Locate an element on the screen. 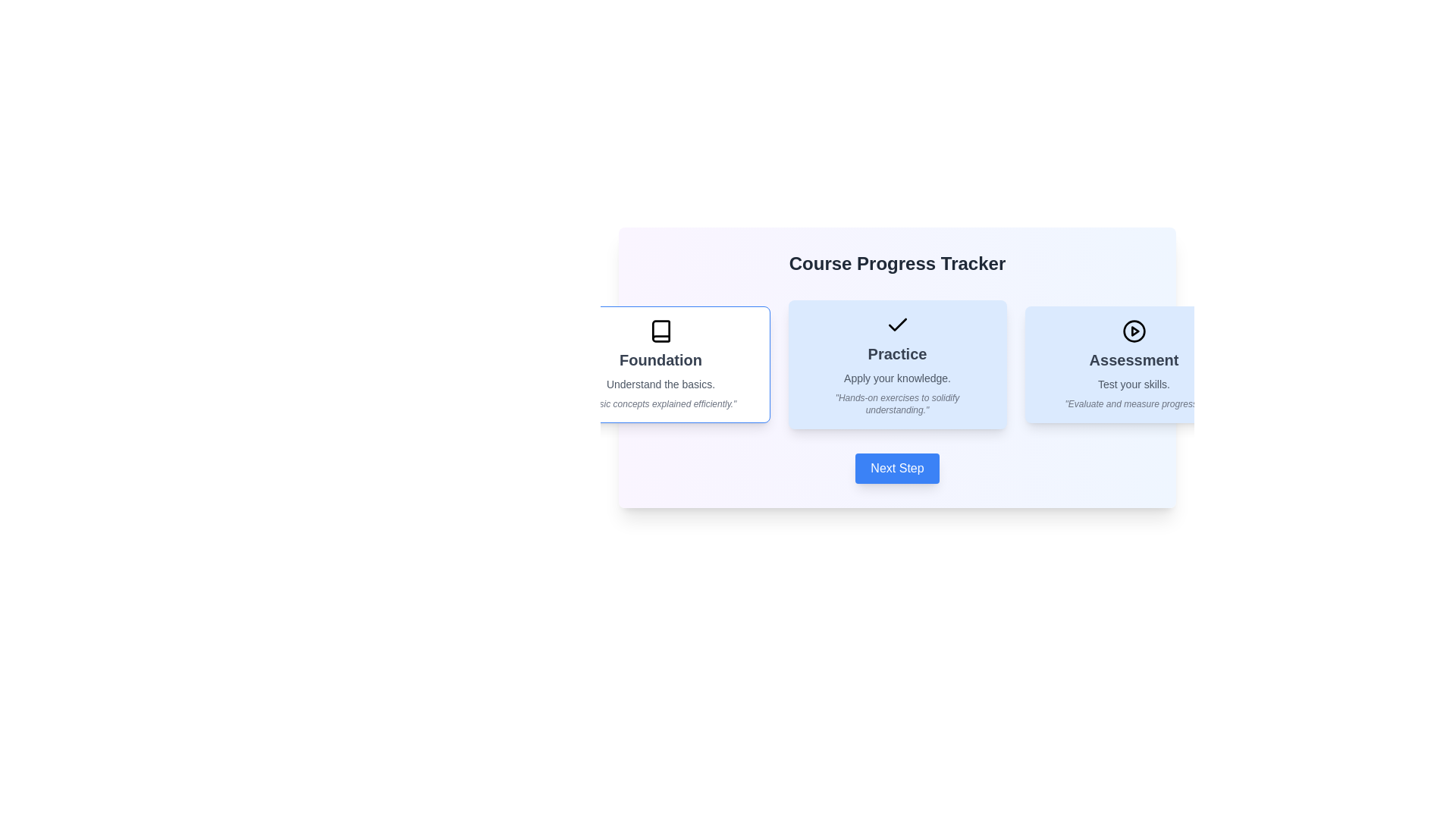 This screenshot has height=819, width=1456. the text element that contains the phrase 'Evaluate and measure progress.' in italicized style and light gray color, located at the bottom of the 'Assessment' card is located at coordinates (1134, 403).